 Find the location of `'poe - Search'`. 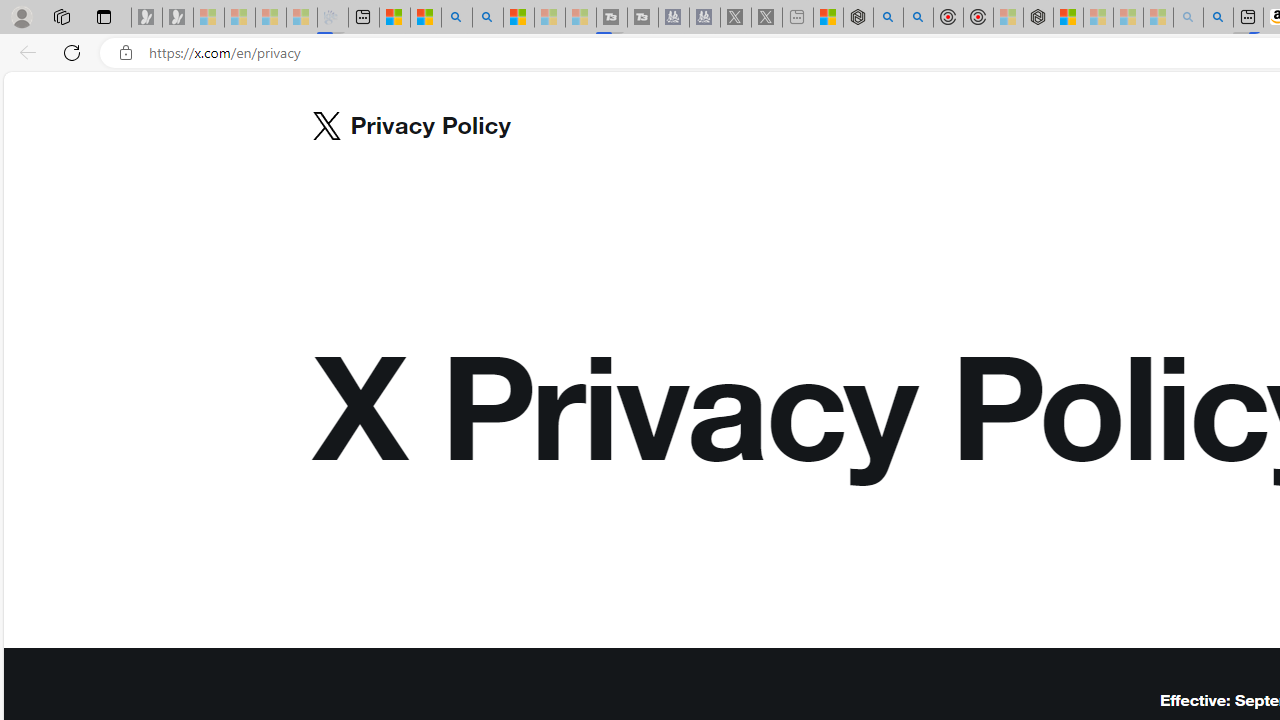

'poe - Search' is located at coordinates (887, 17).